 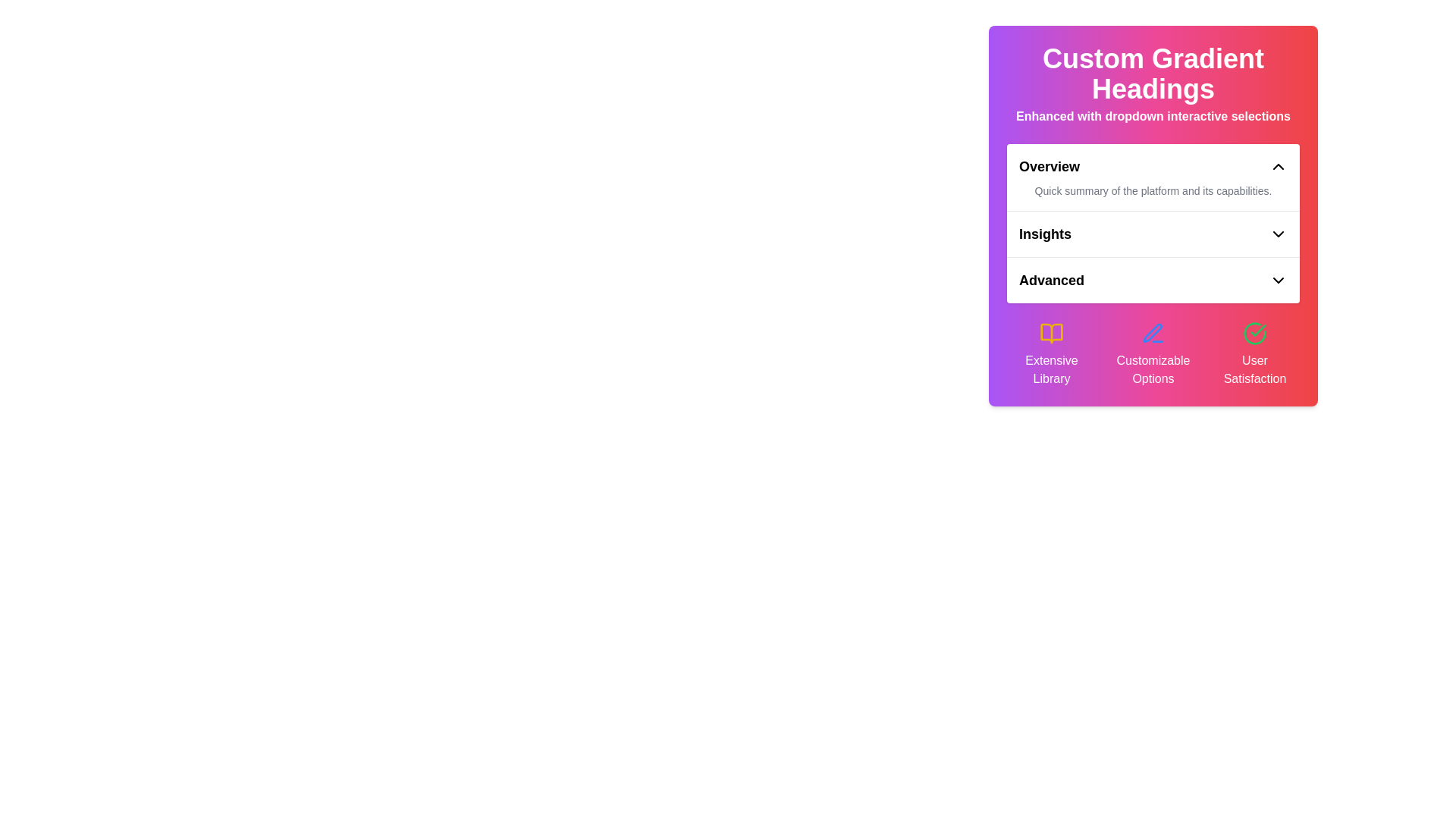 What do you see at coordinates (1153, 74) in the screenshot?
I see `the prominently styled text block that reads 'Custom Gradient Headings', which features a gradient background transitioning from purple to red` at bounding box center [1153, 74].